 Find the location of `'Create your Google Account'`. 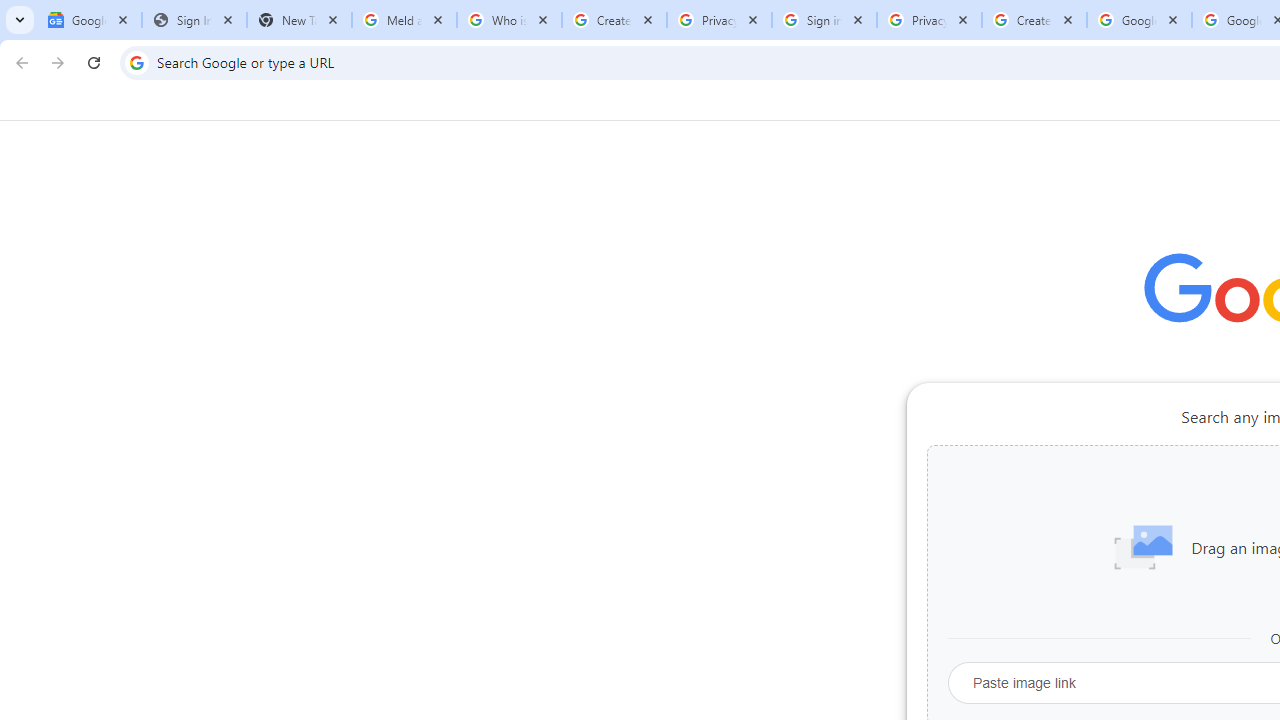

'Create your Google Account' is located at coordinates (1034, 20).